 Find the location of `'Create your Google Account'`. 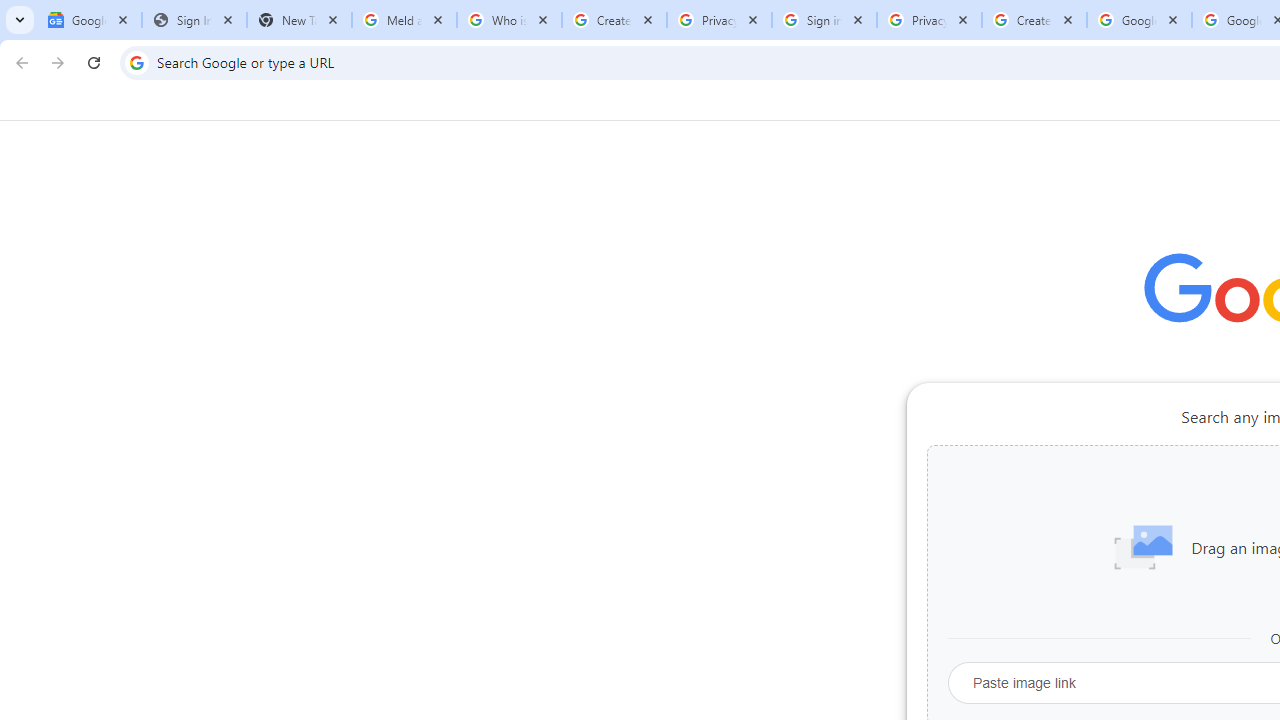

'Create your Google Account' is located at coordinates (1034, 20).